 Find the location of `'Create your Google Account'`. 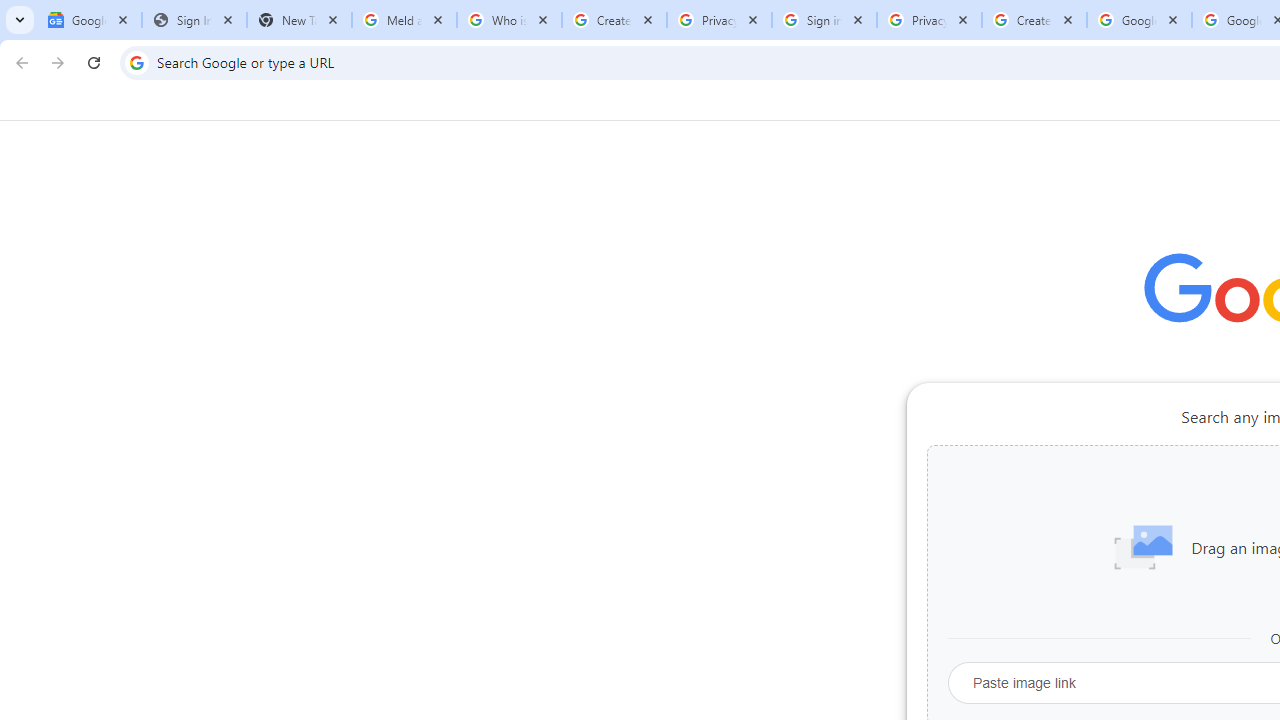

'Create your Google Account' is located at coordinates (1034, 20).